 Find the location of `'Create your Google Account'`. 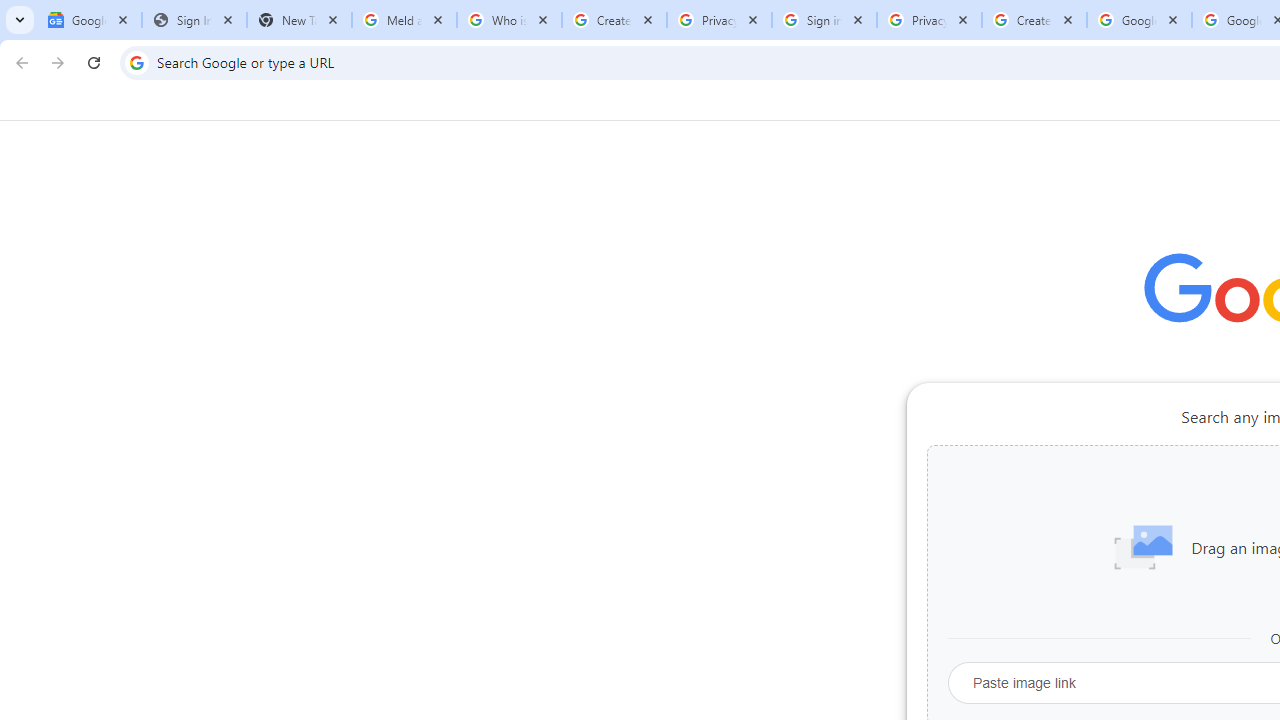

'Create your Google Account' is located at coordinates (1034, 20).